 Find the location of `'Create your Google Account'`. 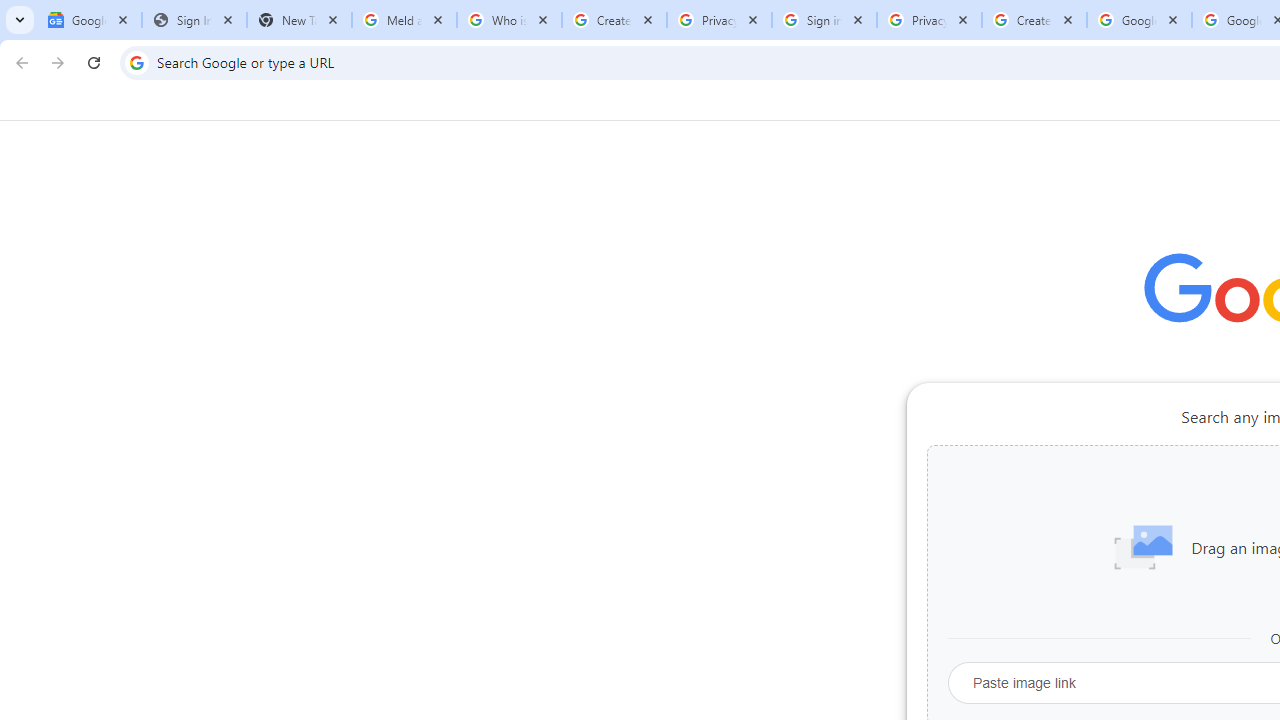

'Create your Google Account' is located at coordinates (1034, 20).